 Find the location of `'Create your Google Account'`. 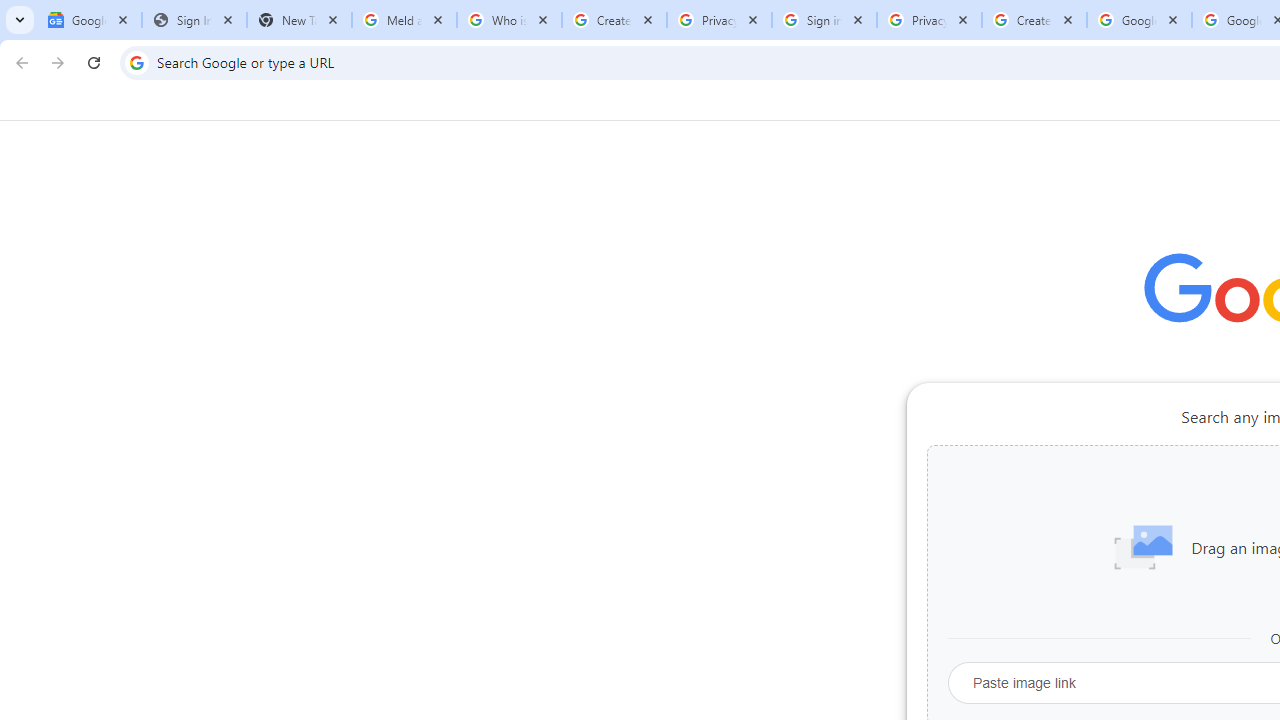

'Create your Google Account' is located at coordinates (1034, 20).